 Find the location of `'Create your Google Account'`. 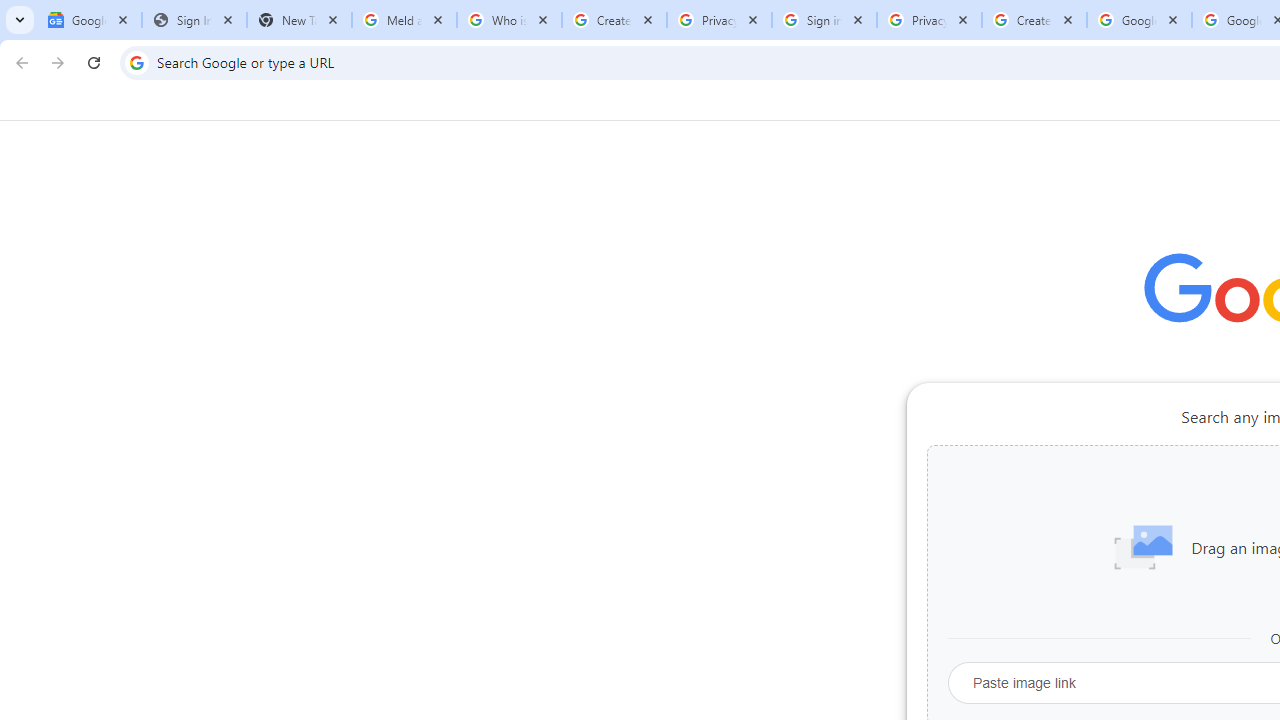

'Create your Google Account' is located at coordinates (1034, 20).